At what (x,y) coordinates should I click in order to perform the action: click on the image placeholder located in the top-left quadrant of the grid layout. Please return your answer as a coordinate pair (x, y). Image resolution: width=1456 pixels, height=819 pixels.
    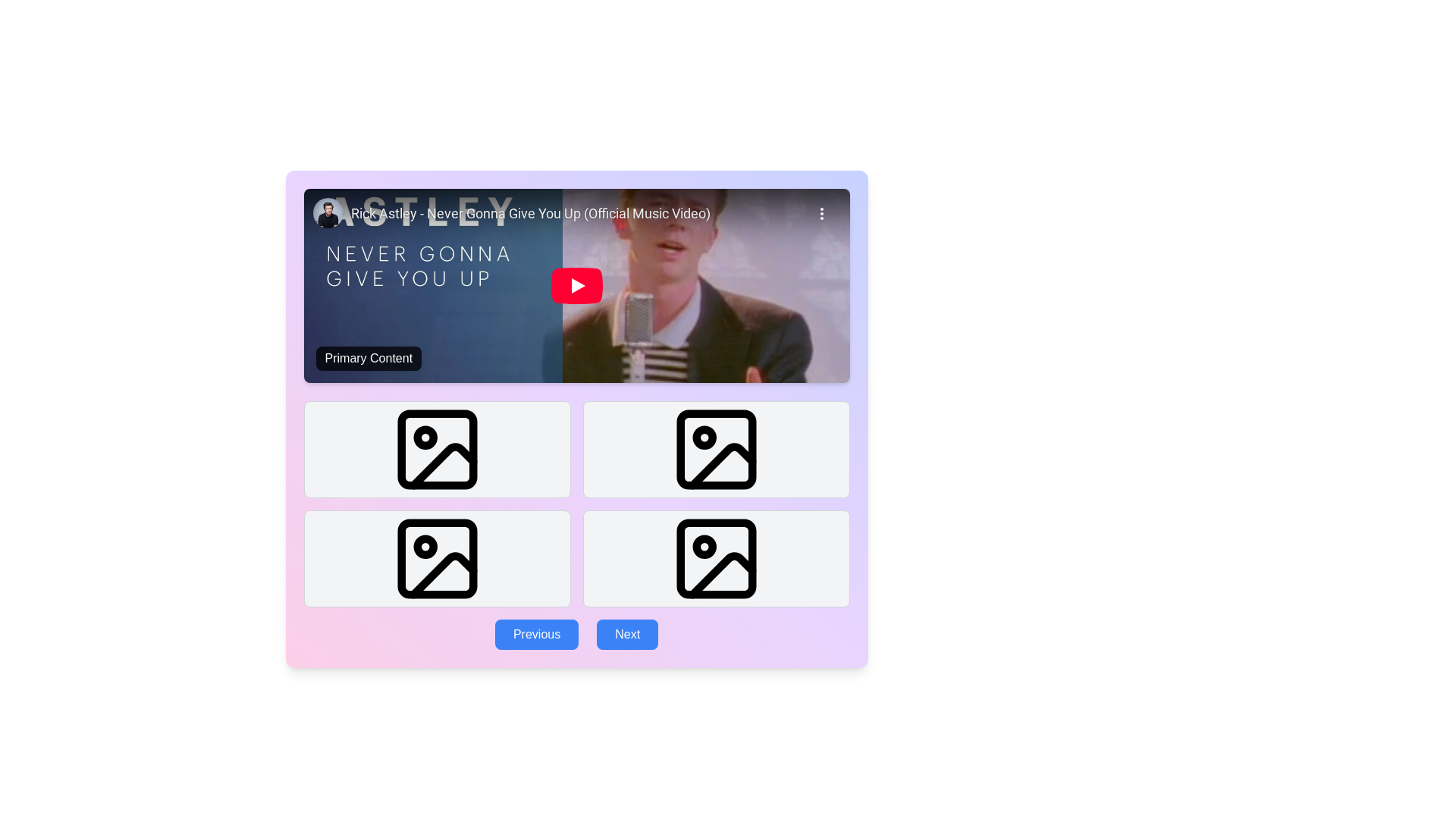
    Looking at the image, I should click on (436, 449).